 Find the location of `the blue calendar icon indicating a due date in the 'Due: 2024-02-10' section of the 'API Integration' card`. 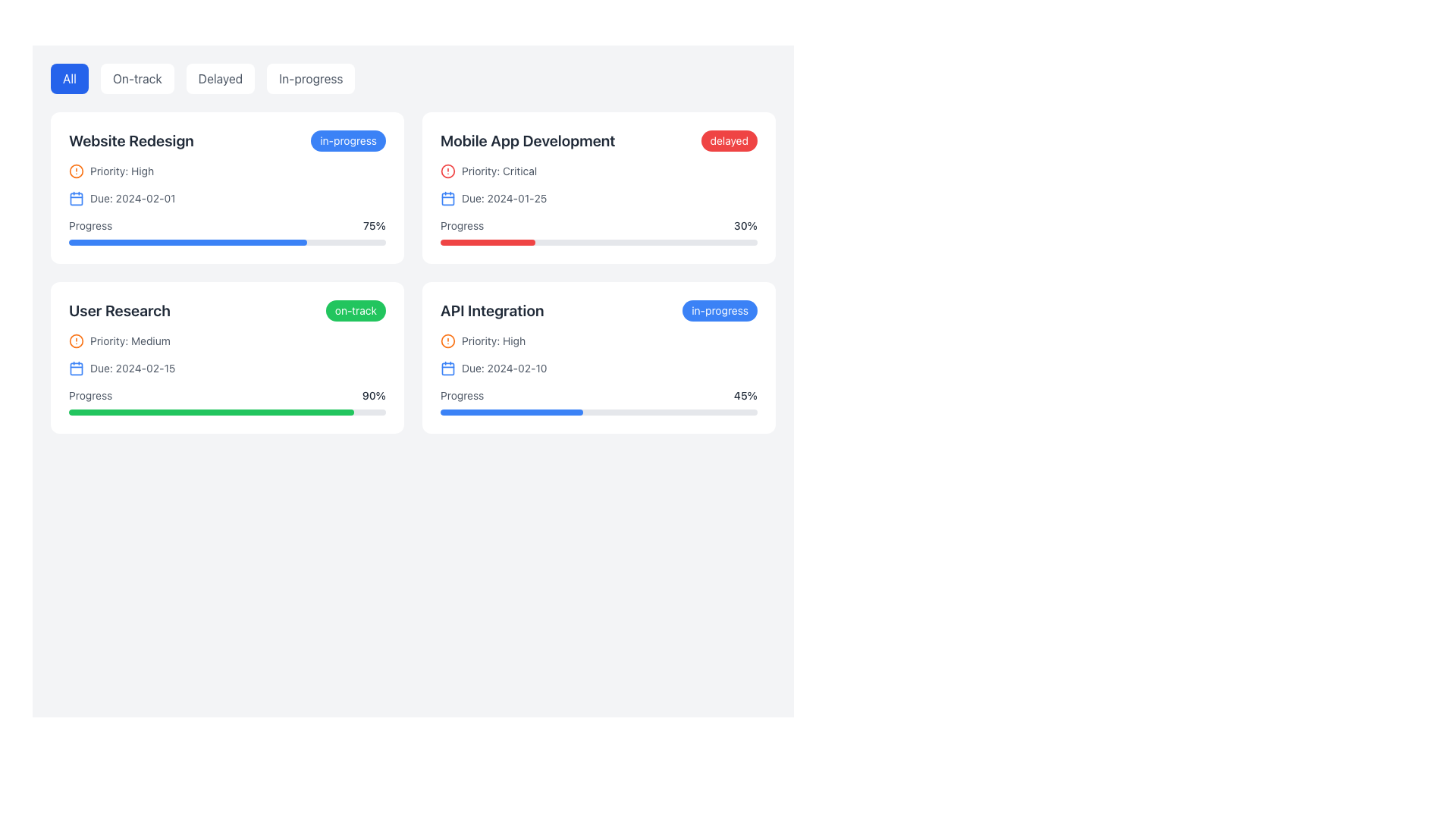

the blue calendar icon indicating a due date in the 'Due: 2024-02-10' section of the 'API Integration' card is located at coordinates (447, 369).